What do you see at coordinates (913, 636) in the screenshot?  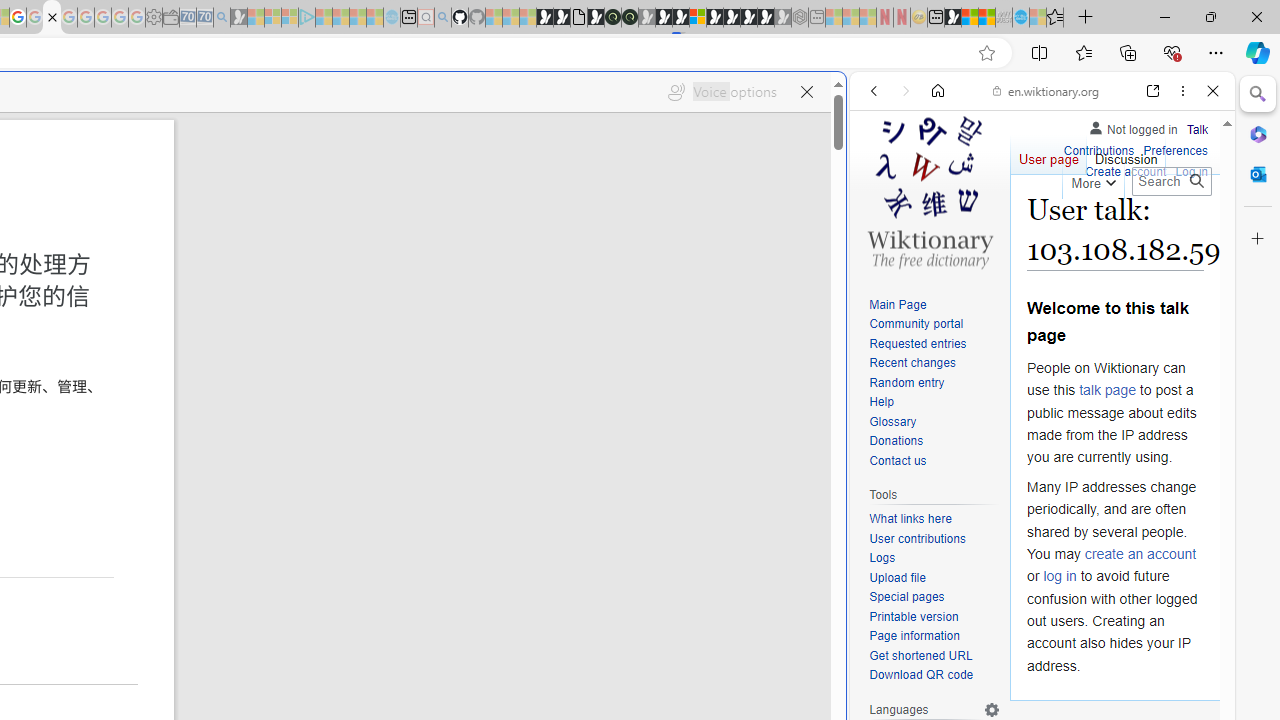 I see `'Page information'` at bounding box center [913, 636].